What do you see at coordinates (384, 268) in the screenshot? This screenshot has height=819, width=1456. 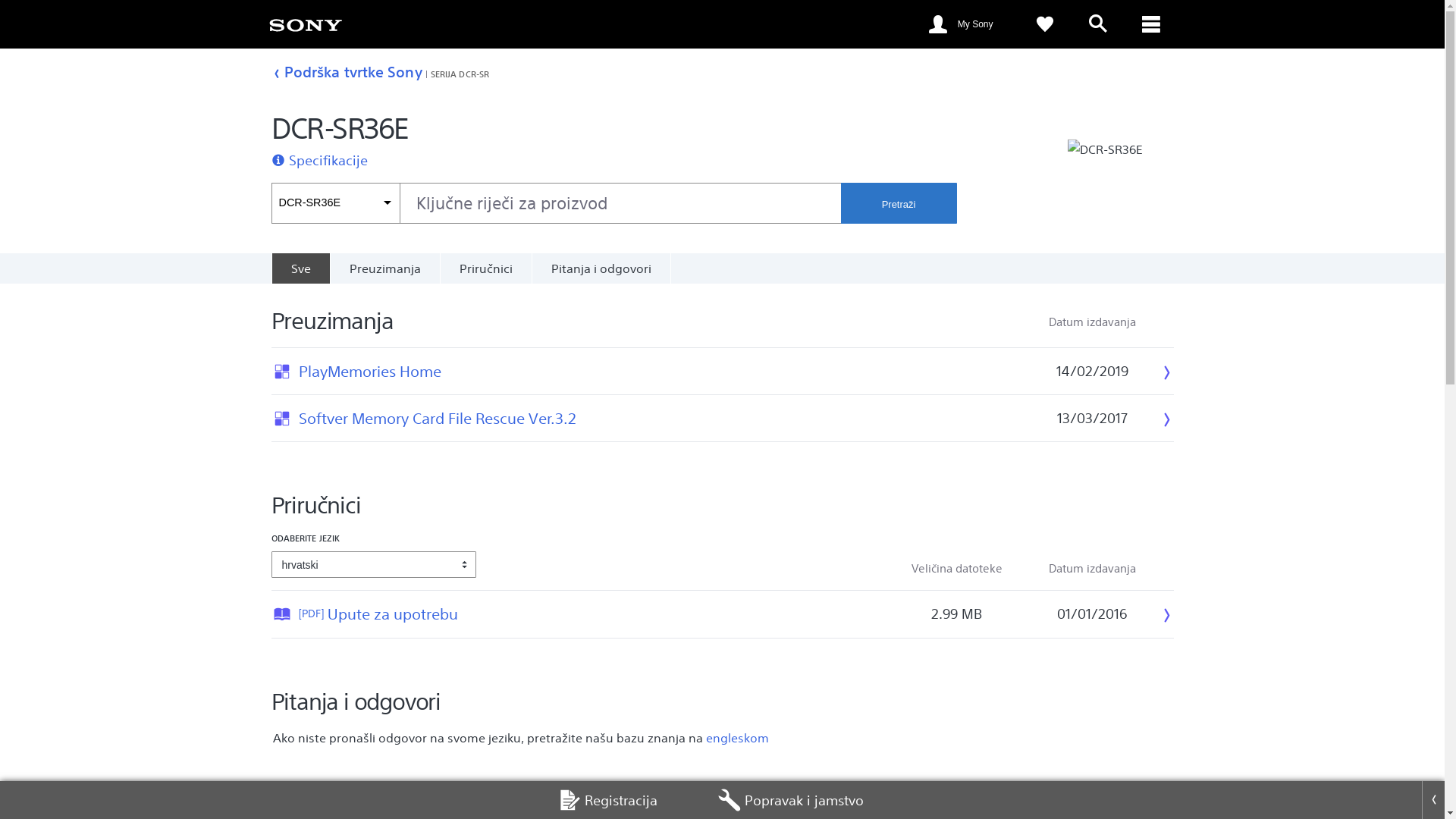 I see `'Preuzimanja'` at bounding box center [384, 268].